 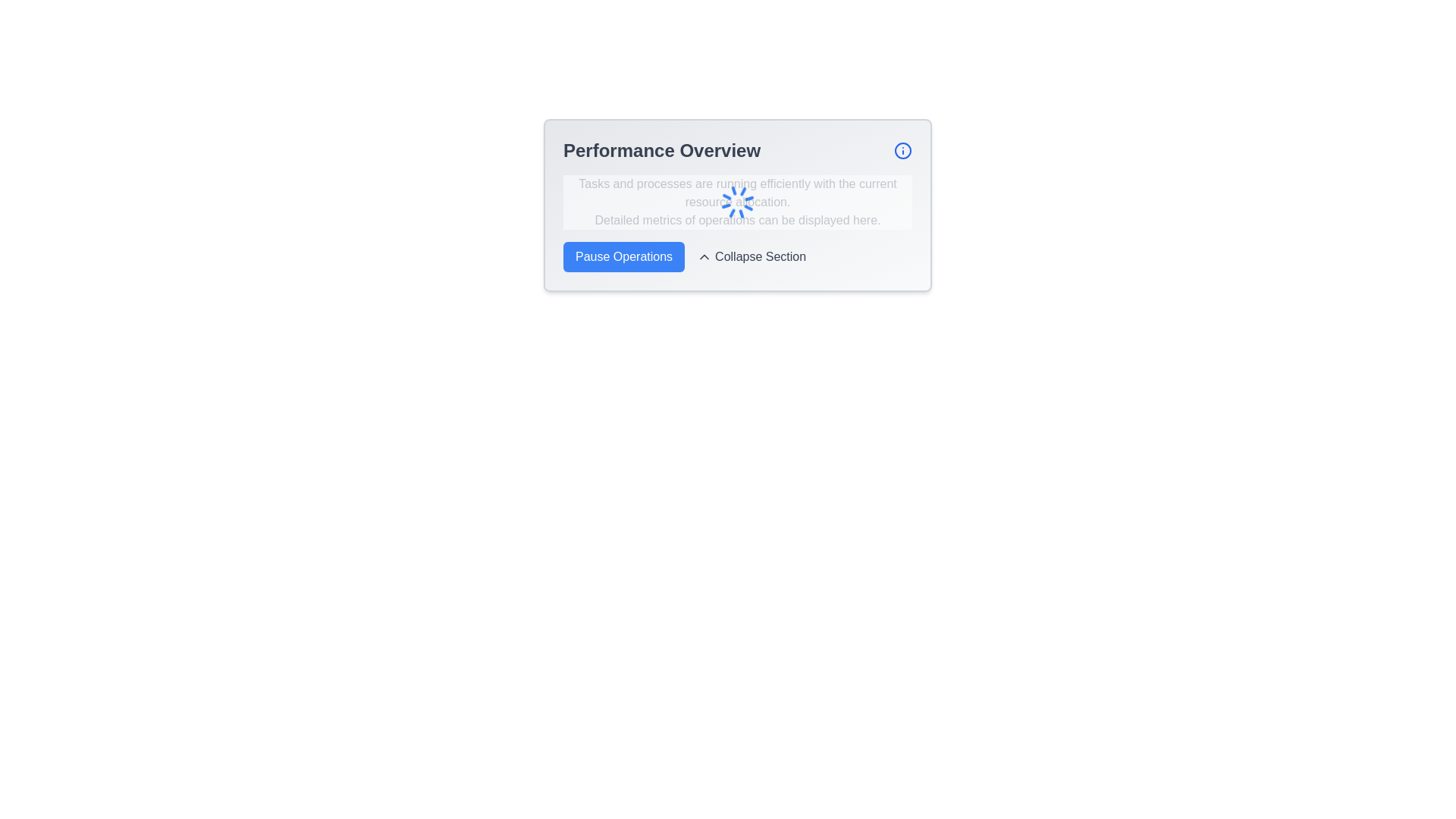 What do you see at coordinates (752, 256) in the screenshot?
I see `the 'Collapse Section' button using keyboard navigation` at bounding box center [752, 256].